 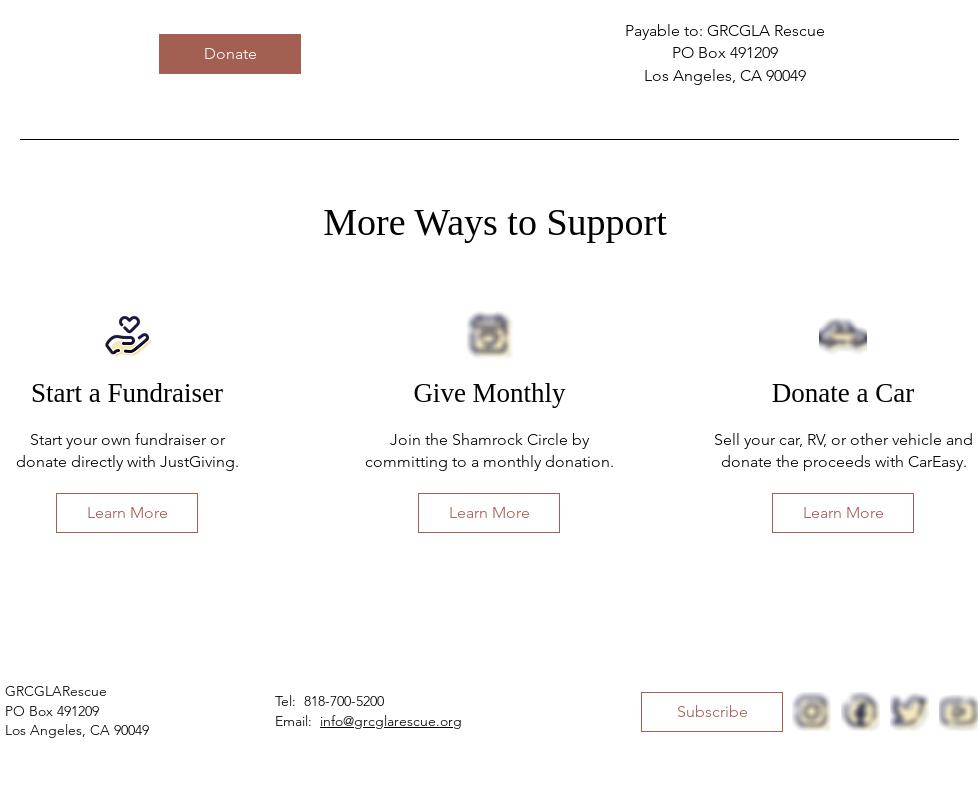 What do you see at coordinates (489, 393) in the screenshot?
I see `'Give Monthly'` at bounding box center [489, 393].